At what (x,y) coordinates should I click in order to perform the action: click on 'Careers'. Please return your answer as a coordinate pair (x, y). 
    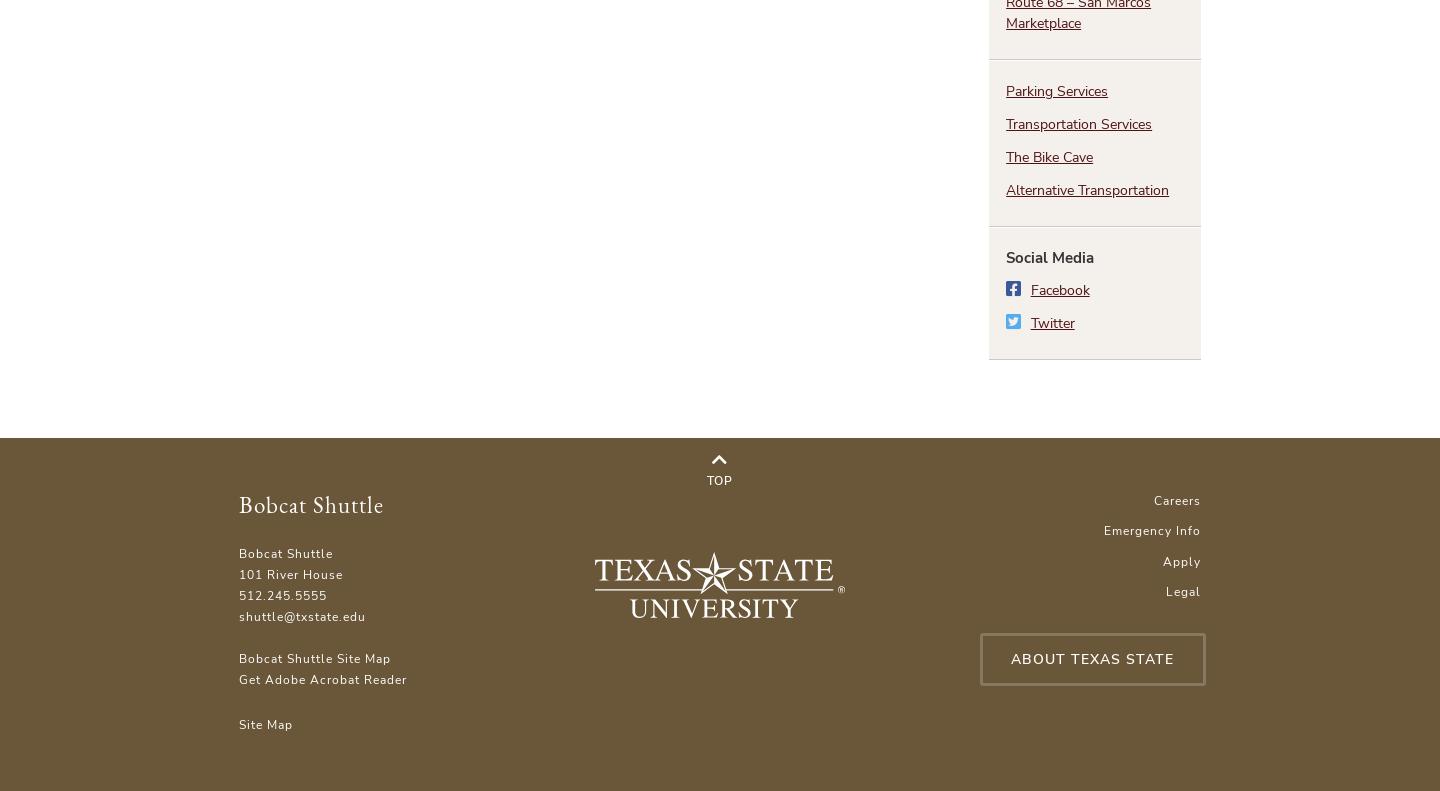
    Looking at the image, I should click on (1176, 498).